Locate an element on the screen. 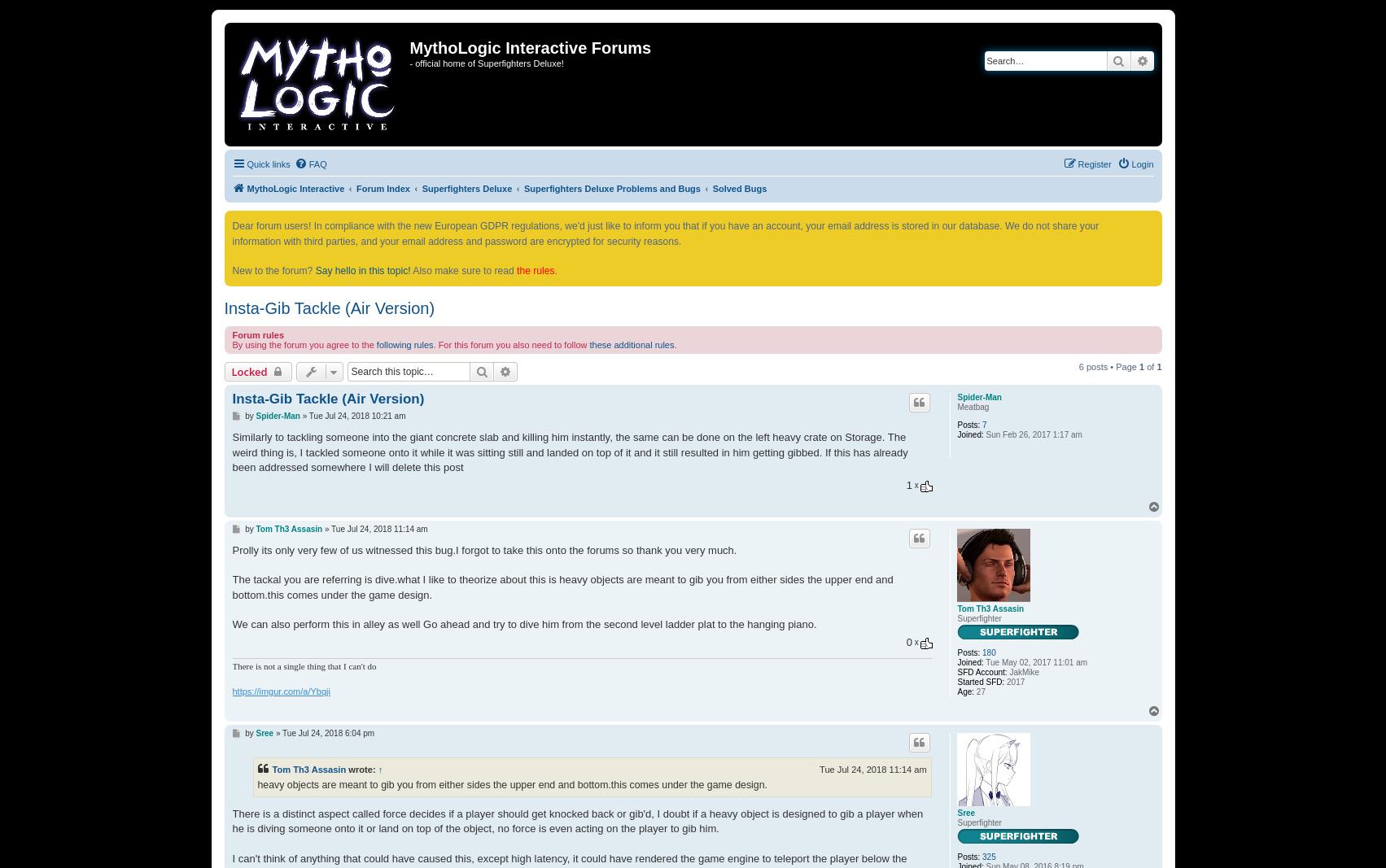 This screenshot has height=868, width=1386. 'MythoLogic Interactive Forums' is located at coordinates (529, 47).